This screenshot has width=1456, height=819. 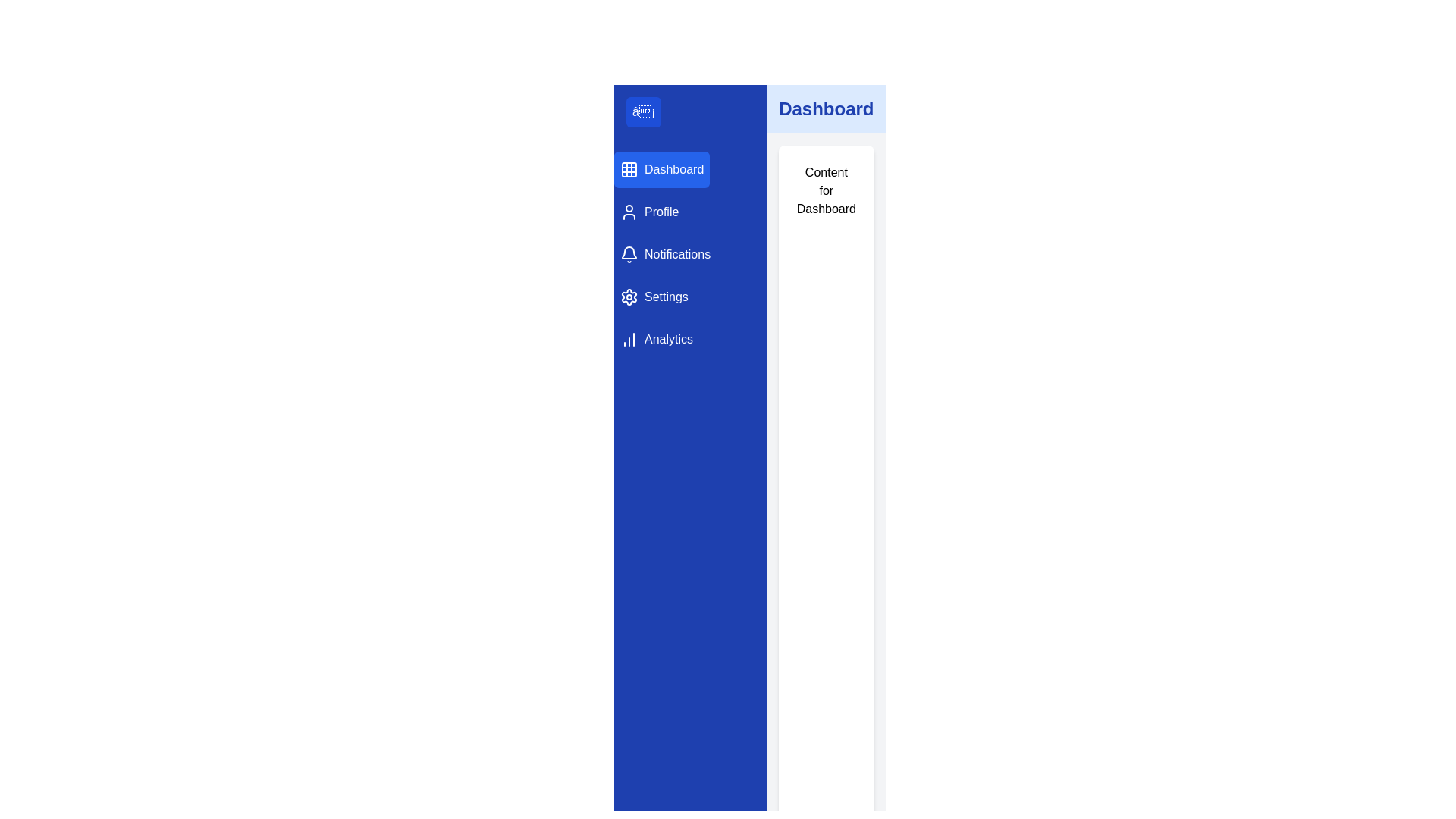 I want to click on the column chart icon with three vertical bars of varying heights on the left navigation panel, located to the left of the 'Analytics' text label, so click(x=629, y=338).